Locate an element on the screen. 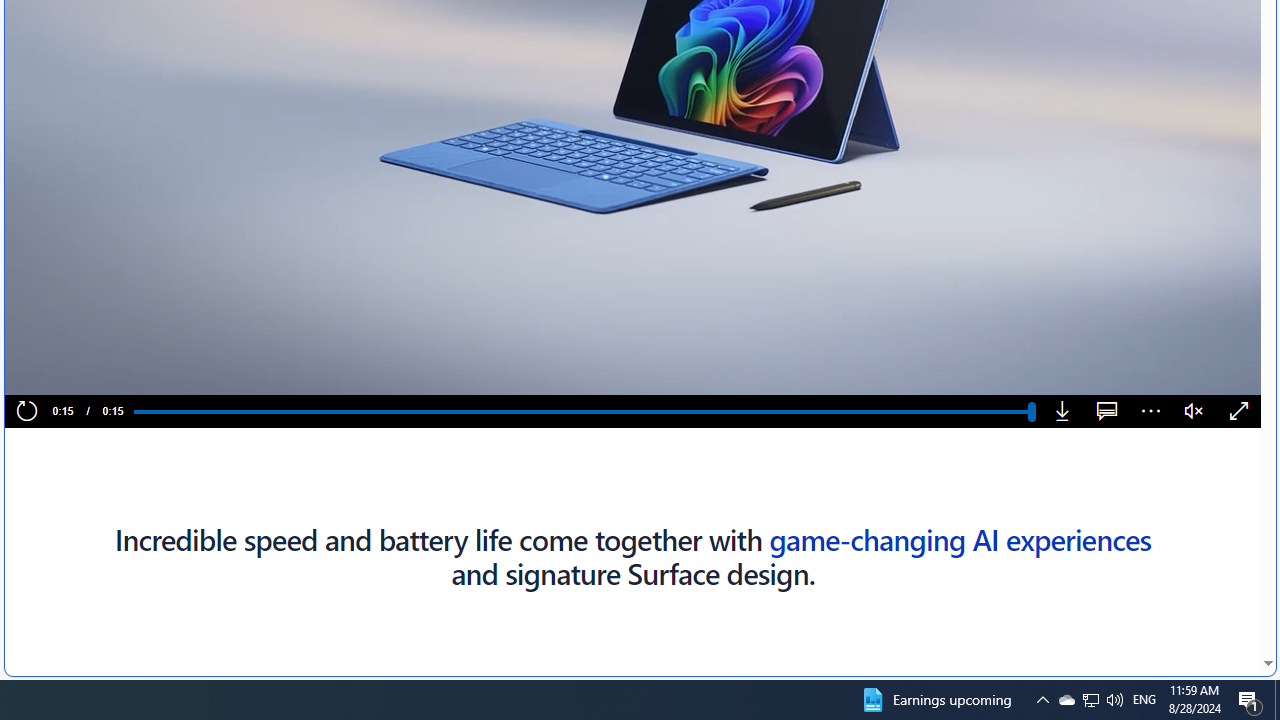  'Captions' is located at coordinates (1106, 411).